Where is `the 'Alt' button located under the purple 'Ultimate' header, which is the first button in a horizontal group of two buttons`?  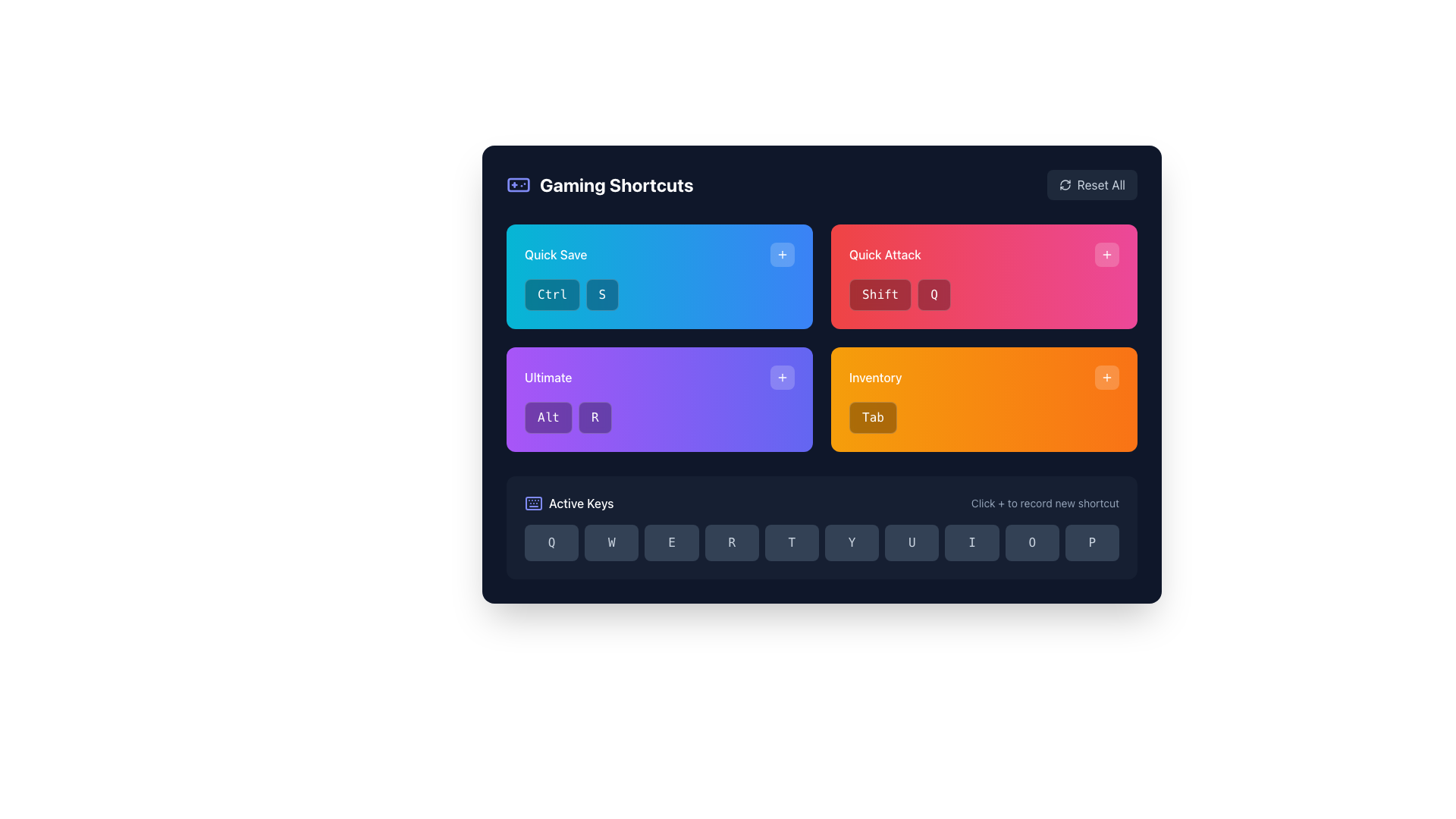
the 'Alt' button located under the purple 'Ultimate' header, which is the first button in a horizontal group of two buttons is located at coordinates (548, 418).